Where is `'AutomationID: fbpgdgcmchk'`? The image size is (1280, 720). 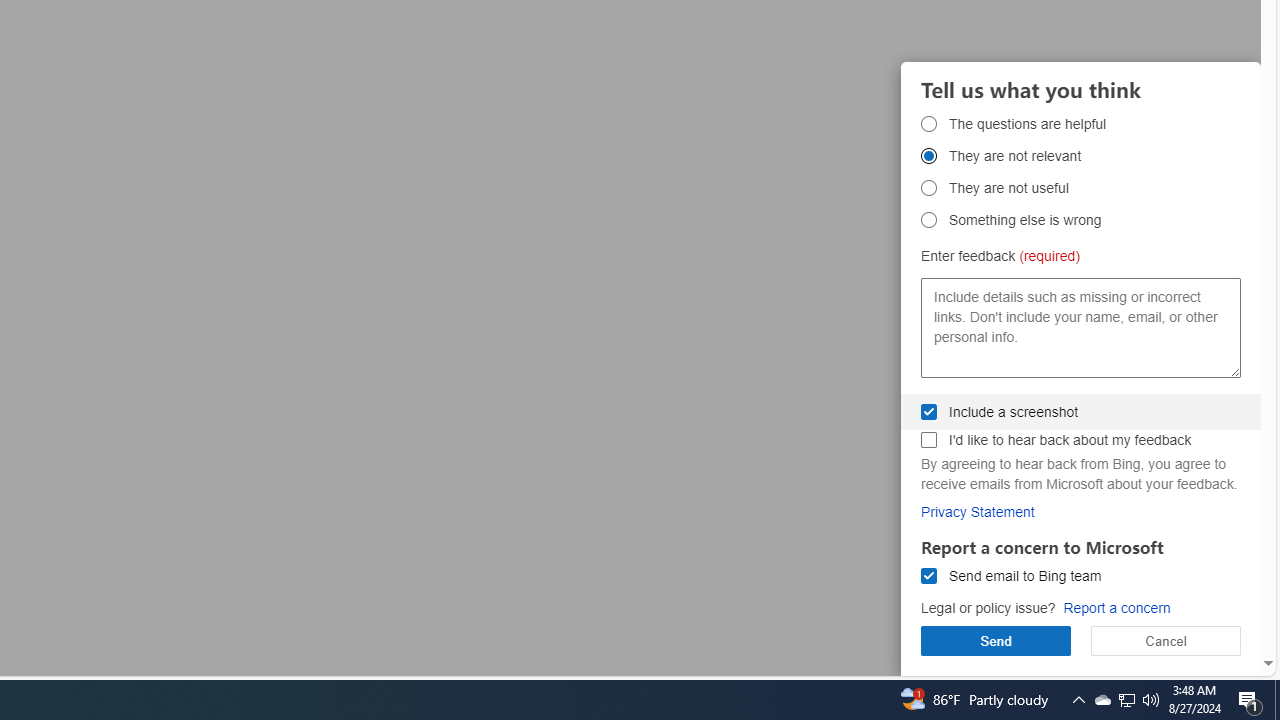 'AutomationID: fbpgdgcmchk' is located at coordinates (928, 438).